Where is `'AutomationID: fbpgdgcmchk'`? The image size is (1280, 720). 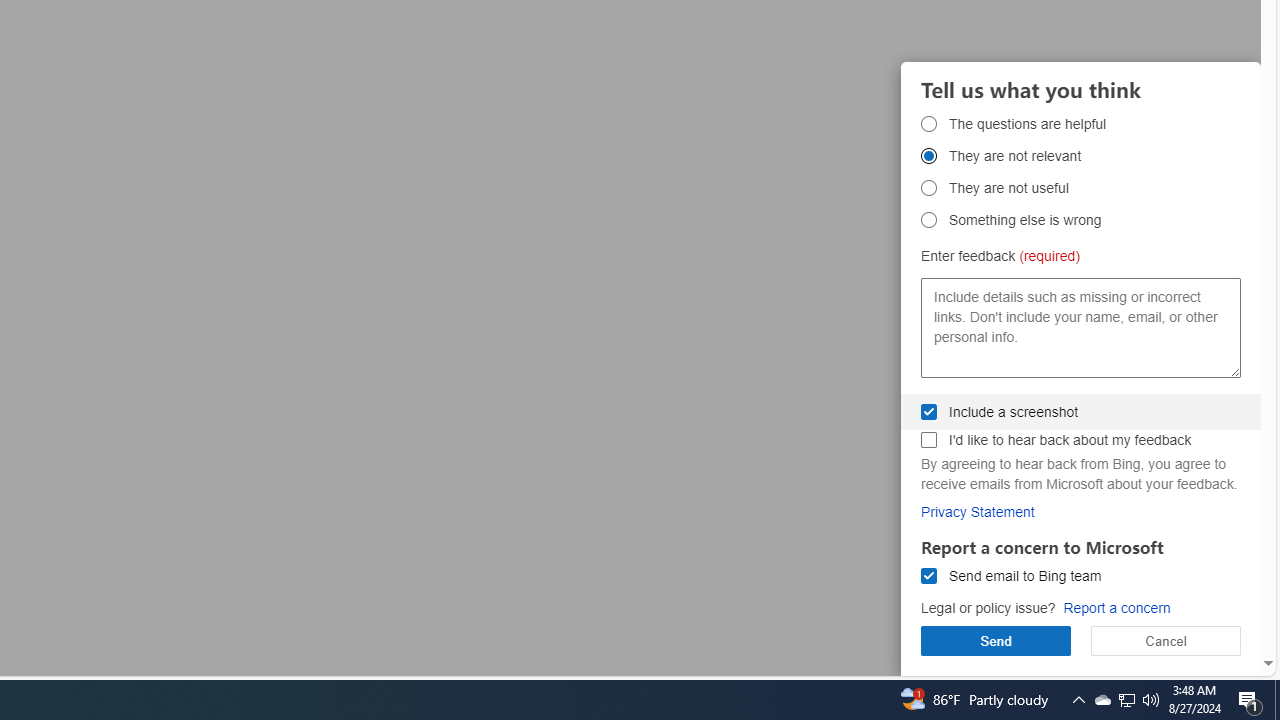 'AutomationID: fbpgdgcmchk' is located at coordinates (928, 438).